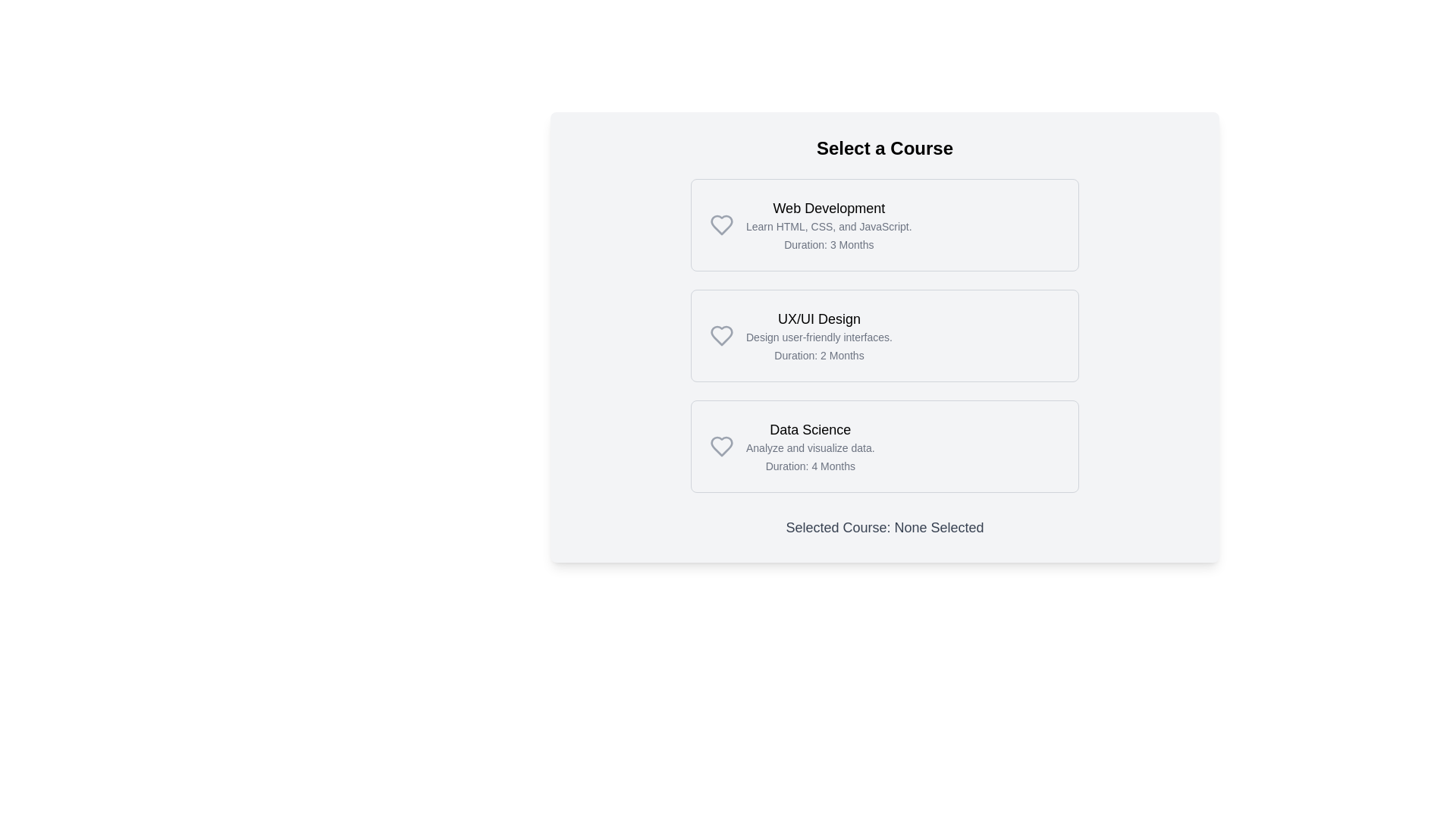 This screenshot has width=1456, height=819. What do you see at coordinates (828, 244) in the screenshot?
I see `the text label reading 'Duration: 3 Months' styled in small gray text, located below the course description in the Web Development section` at bounding box center [828, 244].